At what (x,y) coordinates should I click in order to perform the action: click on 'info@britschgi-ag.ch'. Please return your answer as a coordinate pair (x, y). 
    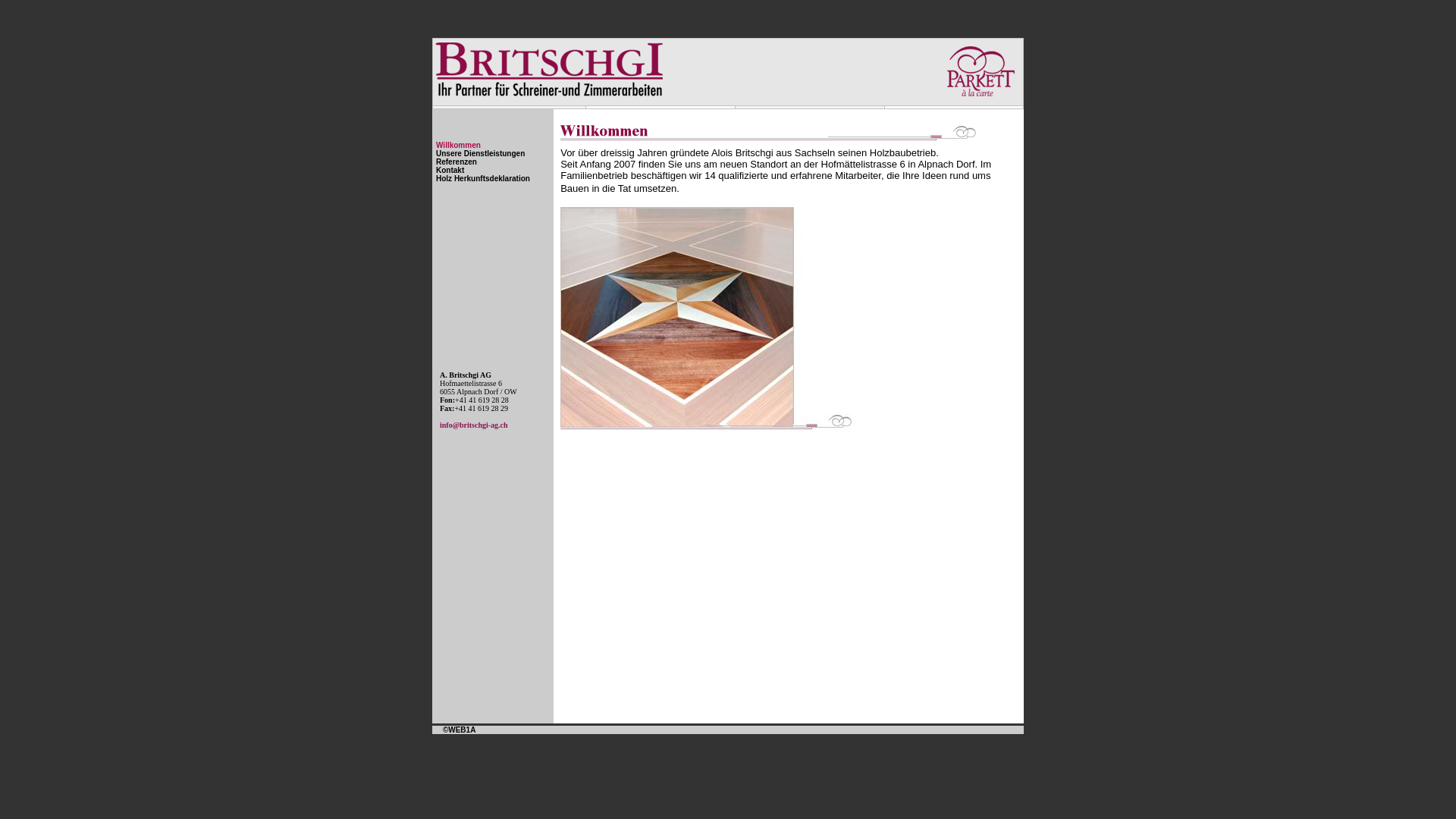
    Looking at the image, I should click on (472, 425).